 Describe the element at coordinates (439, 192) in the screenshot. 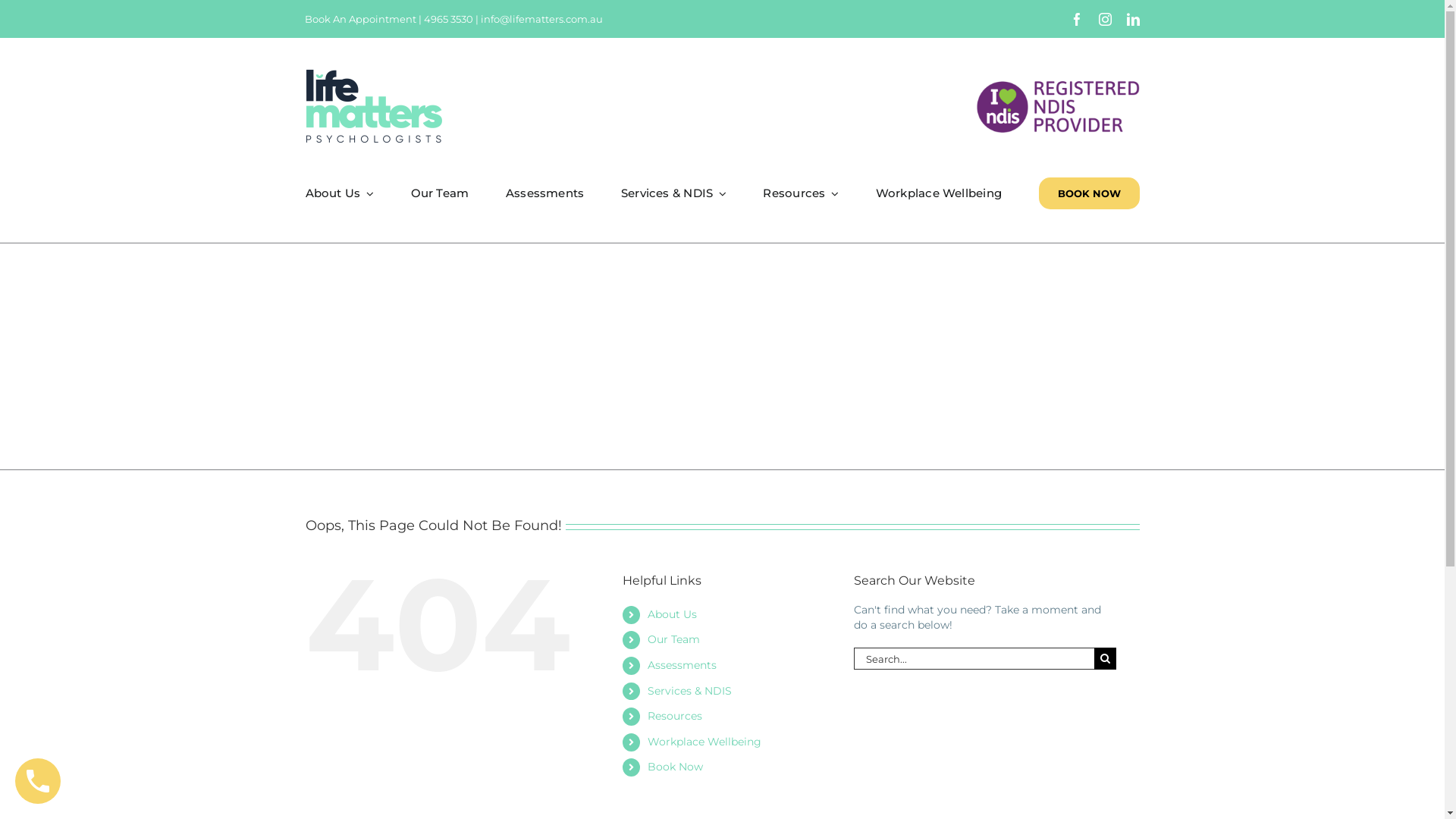

I see `'Our Team'` at that location.